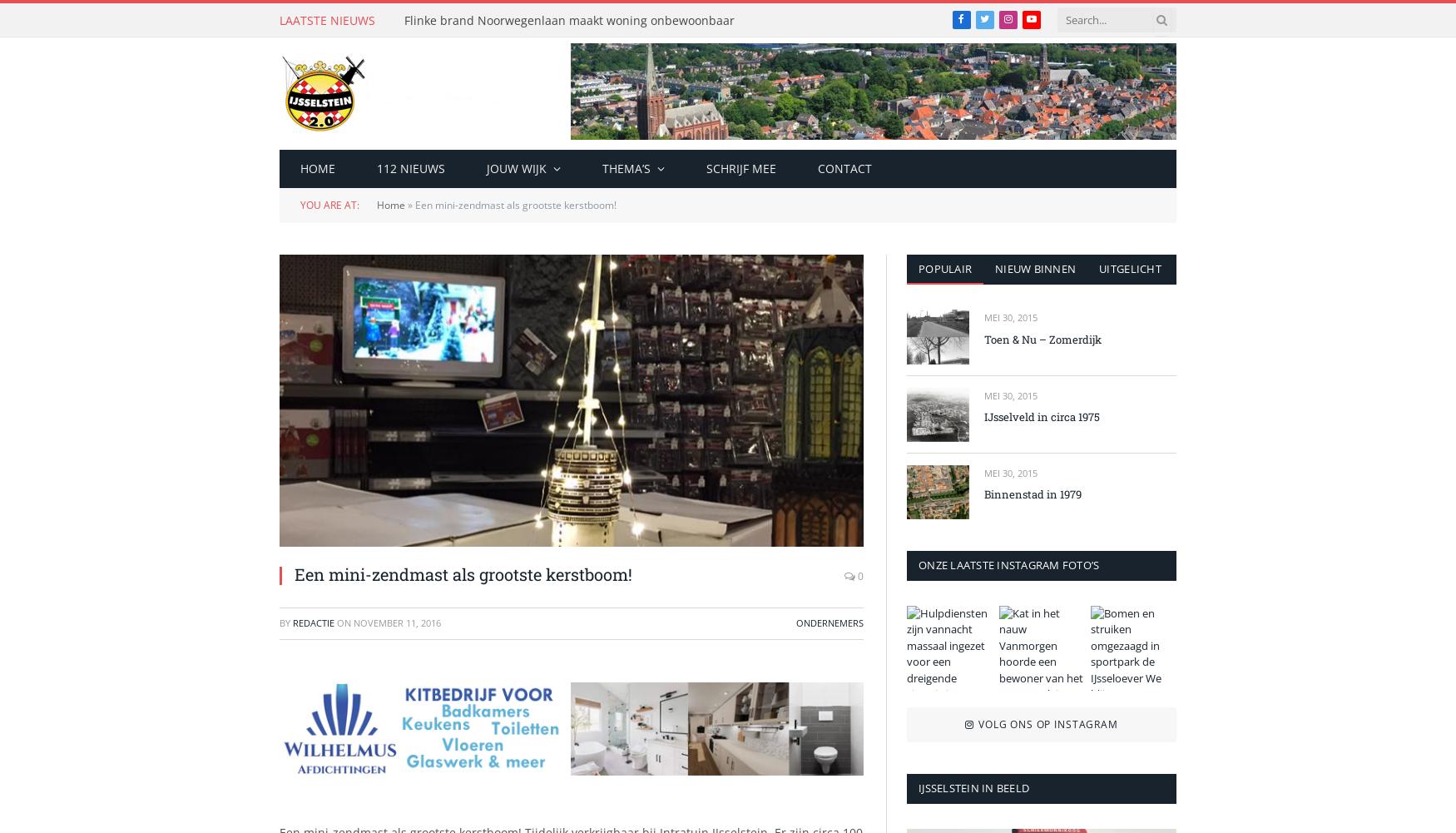 The height and width of the screenshot is (833, 1456). I want to click on 'Vuurwerkbom beschadigd woning aan Italielaan', so click(559, 335).